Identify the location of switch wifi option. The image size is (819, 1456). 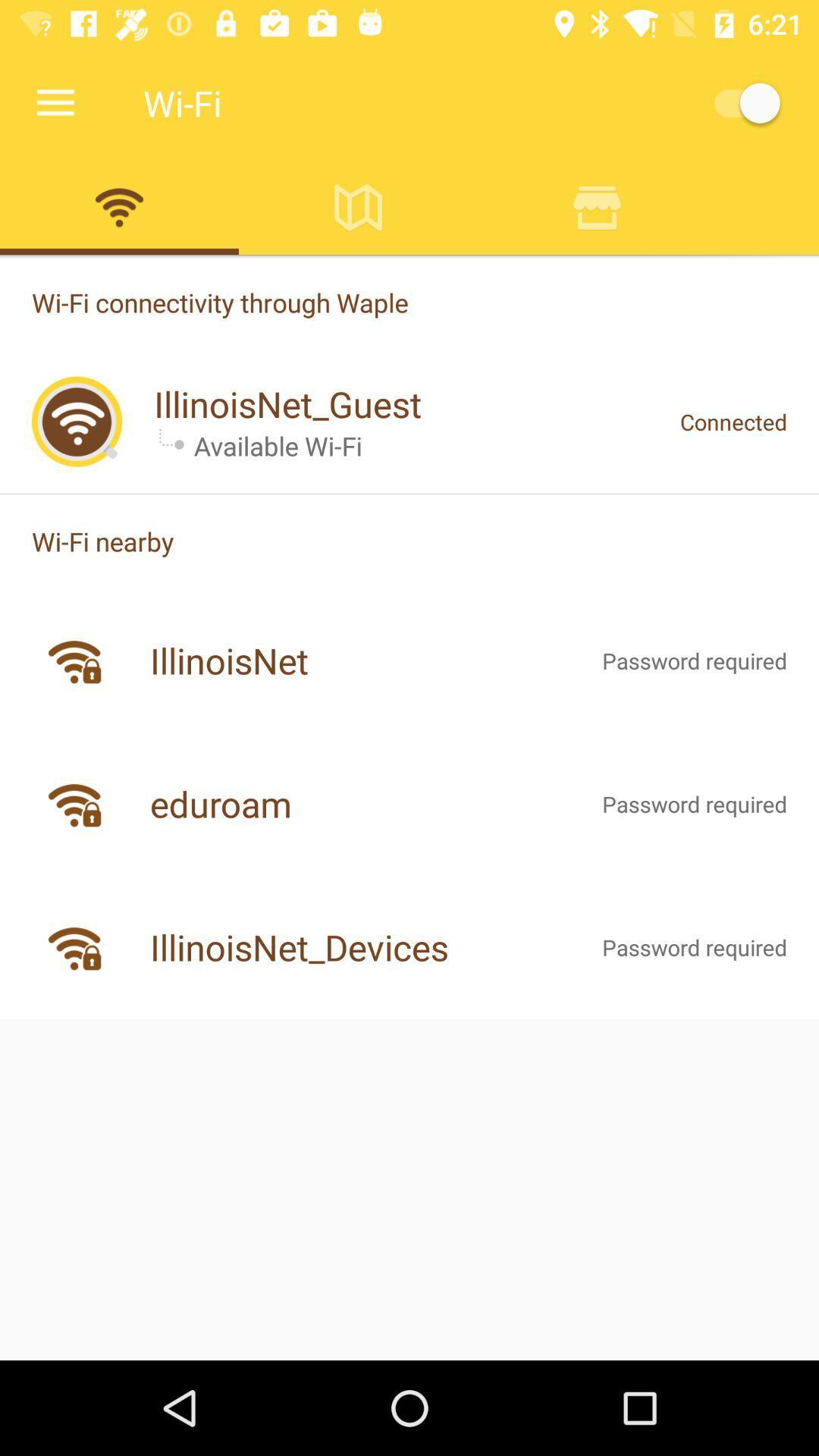
(118, 206).